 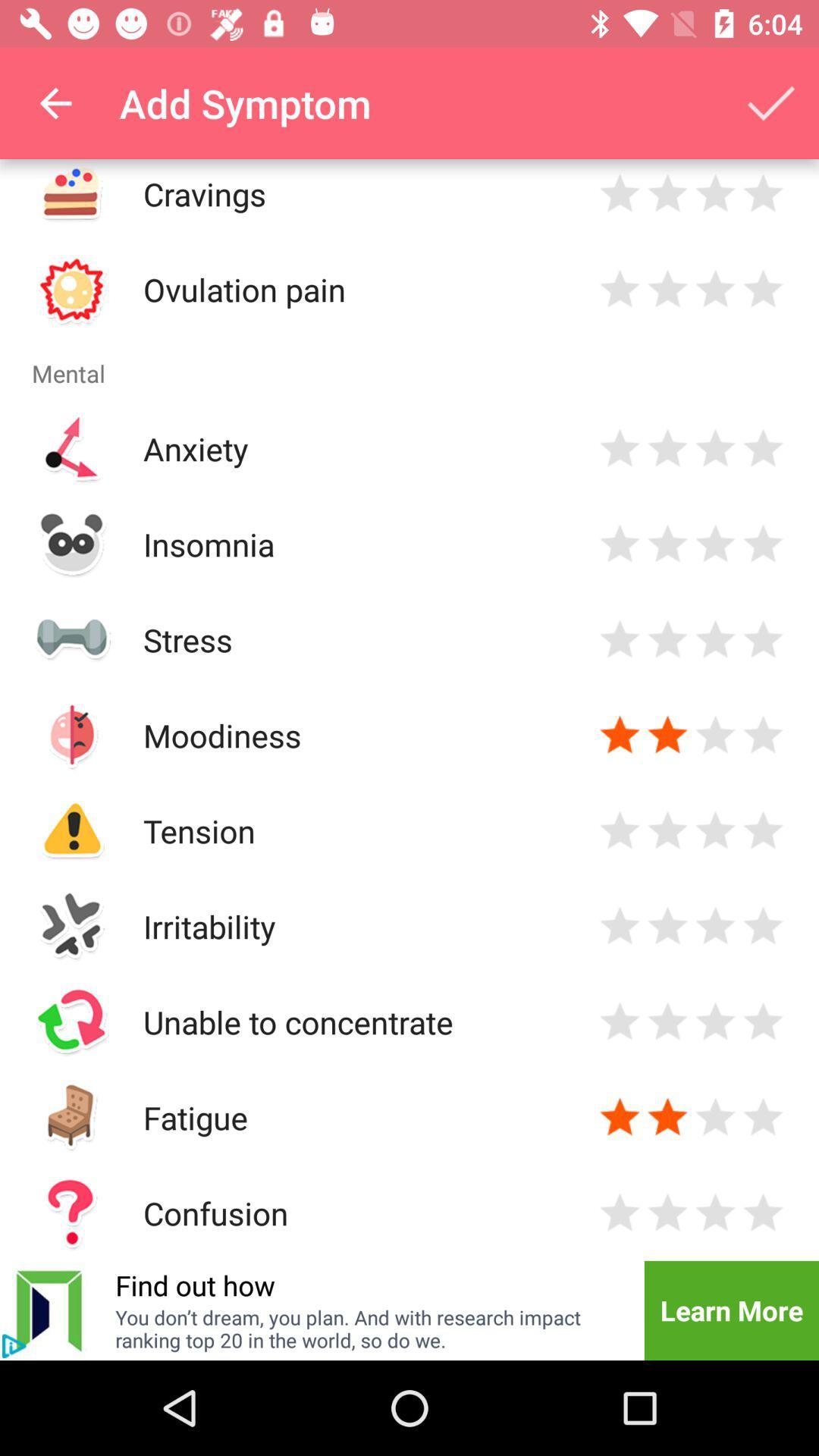 I want to click on selects 4 stars for cravings, so click(x=763, y=193).